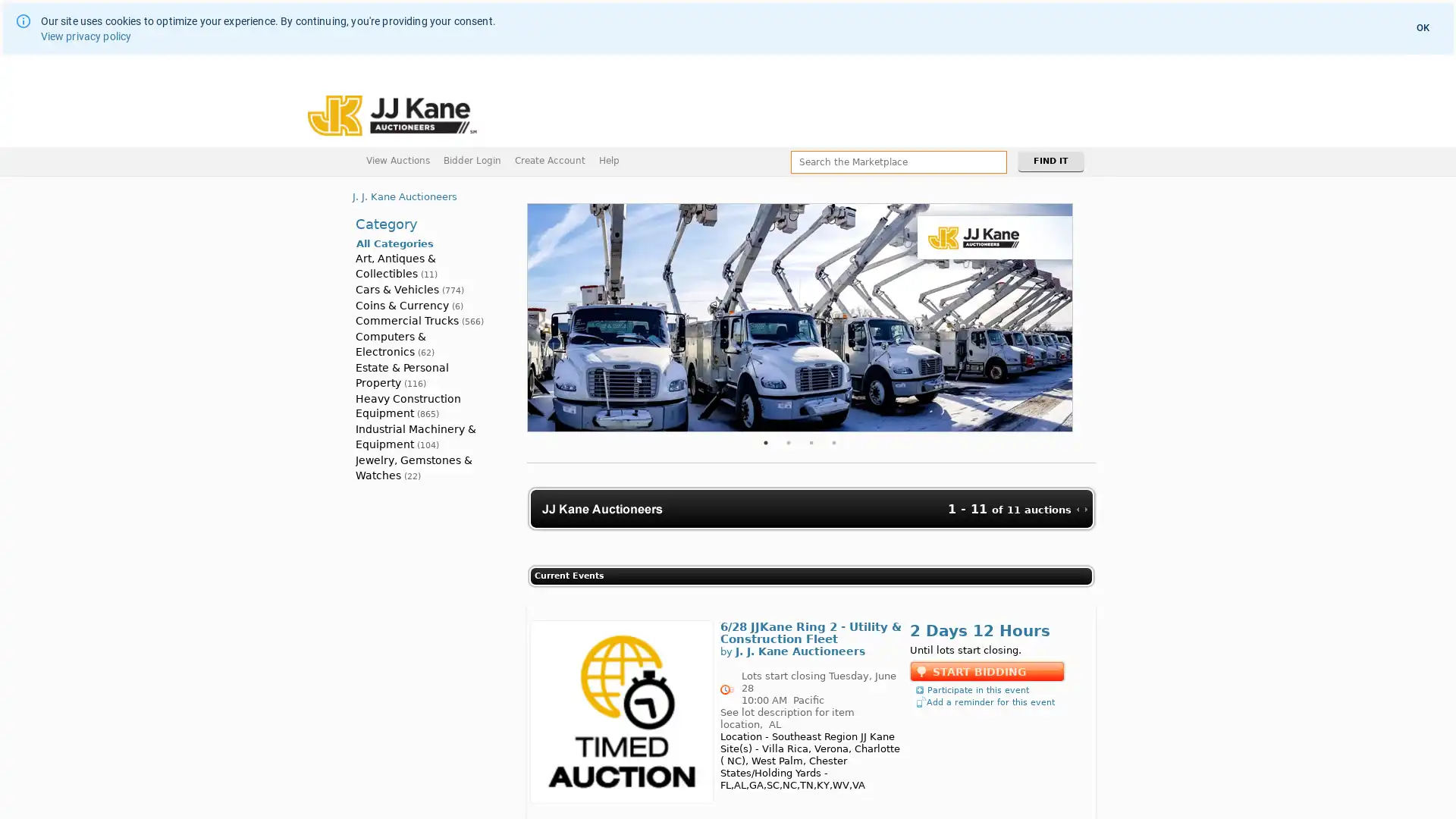 This screenshot has height=819, width=1456. What do you see at coordinates (811, 442) in the screenshot?
I see `3` at bounding box center [811, 442].